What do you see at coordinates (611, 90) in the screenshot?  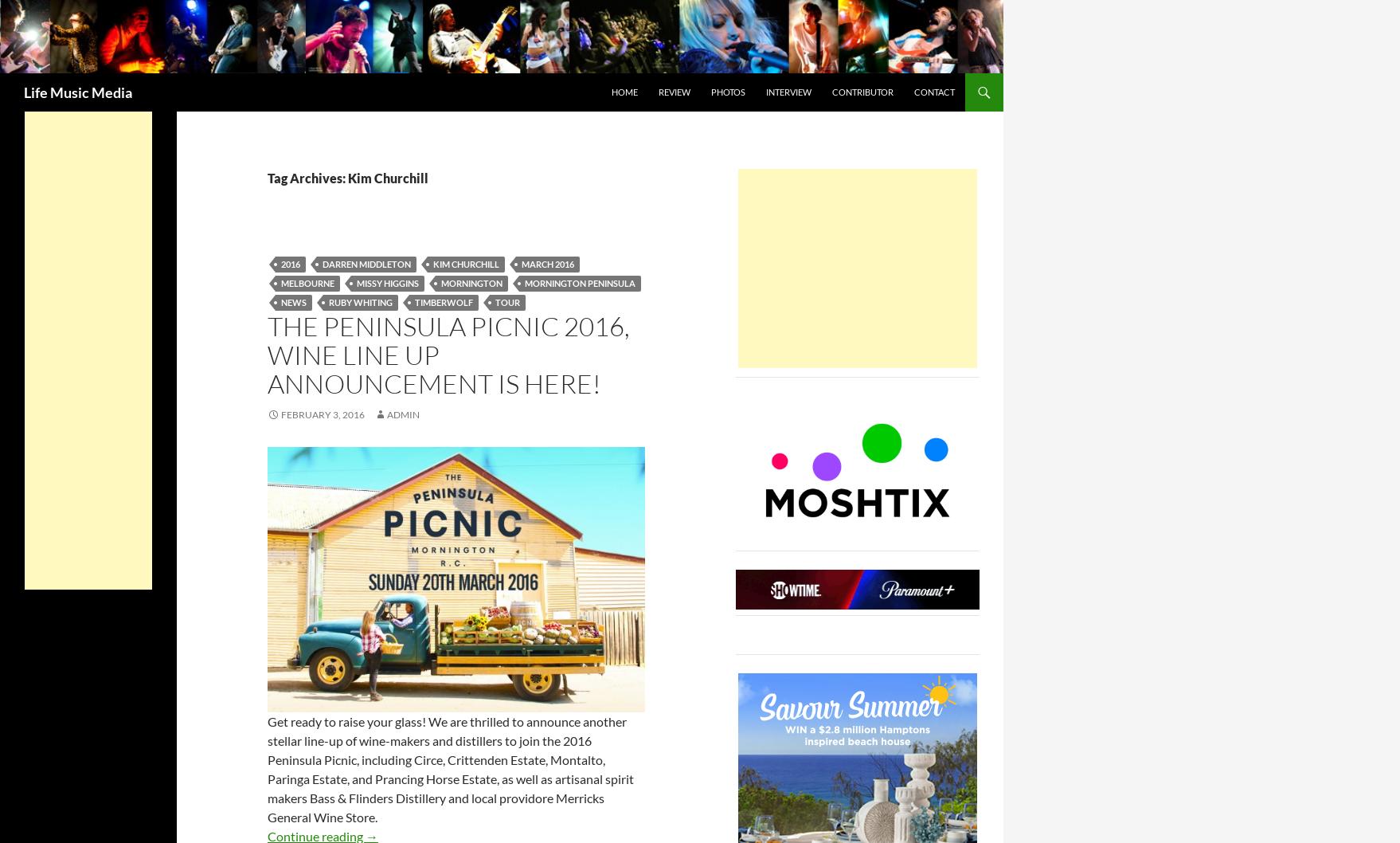 I see `'Home'` at bounding box center [611, 90].